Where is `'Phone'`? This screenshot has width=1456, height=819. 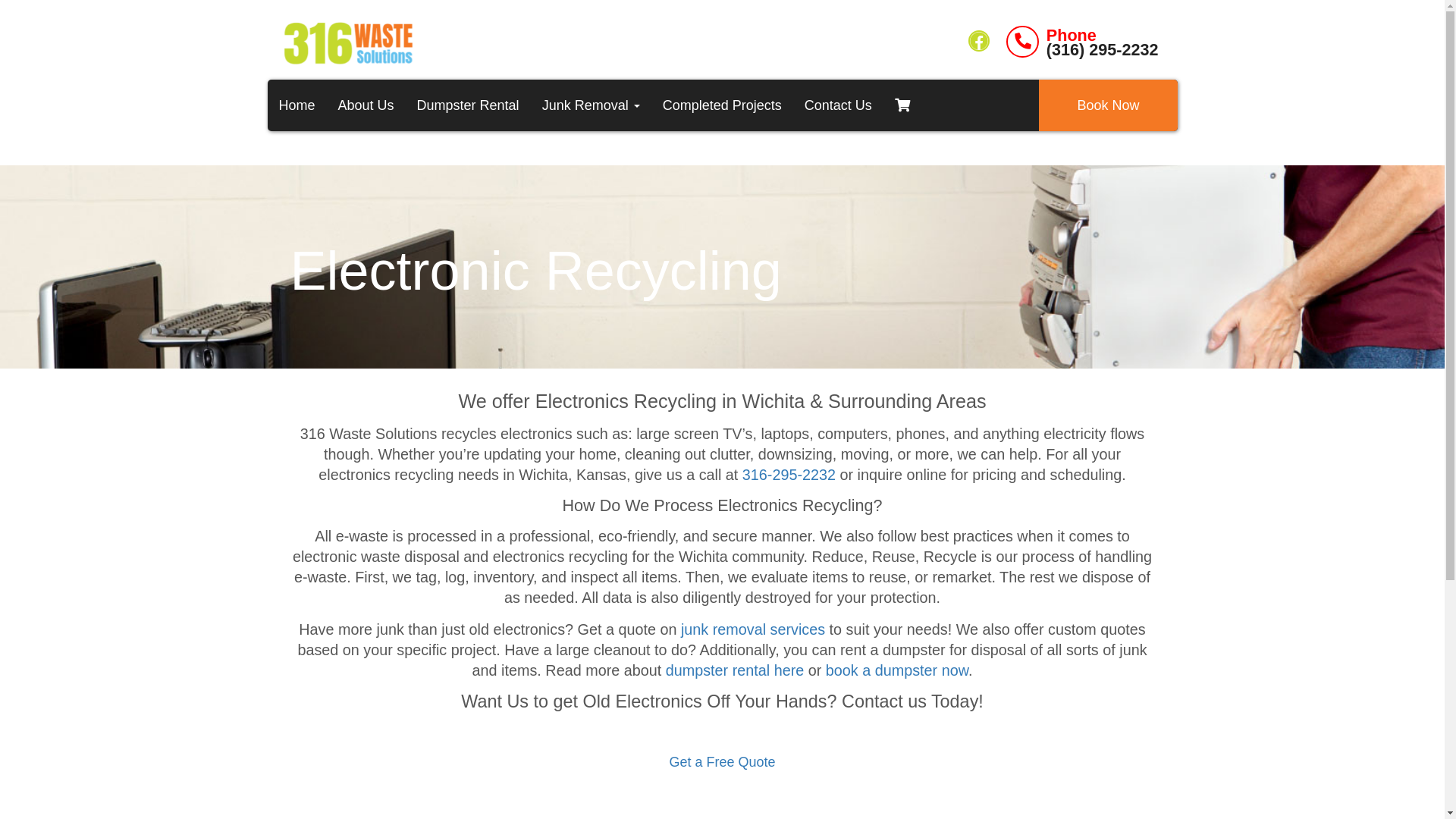 'Phone' is located at coordinates (1046, 34).